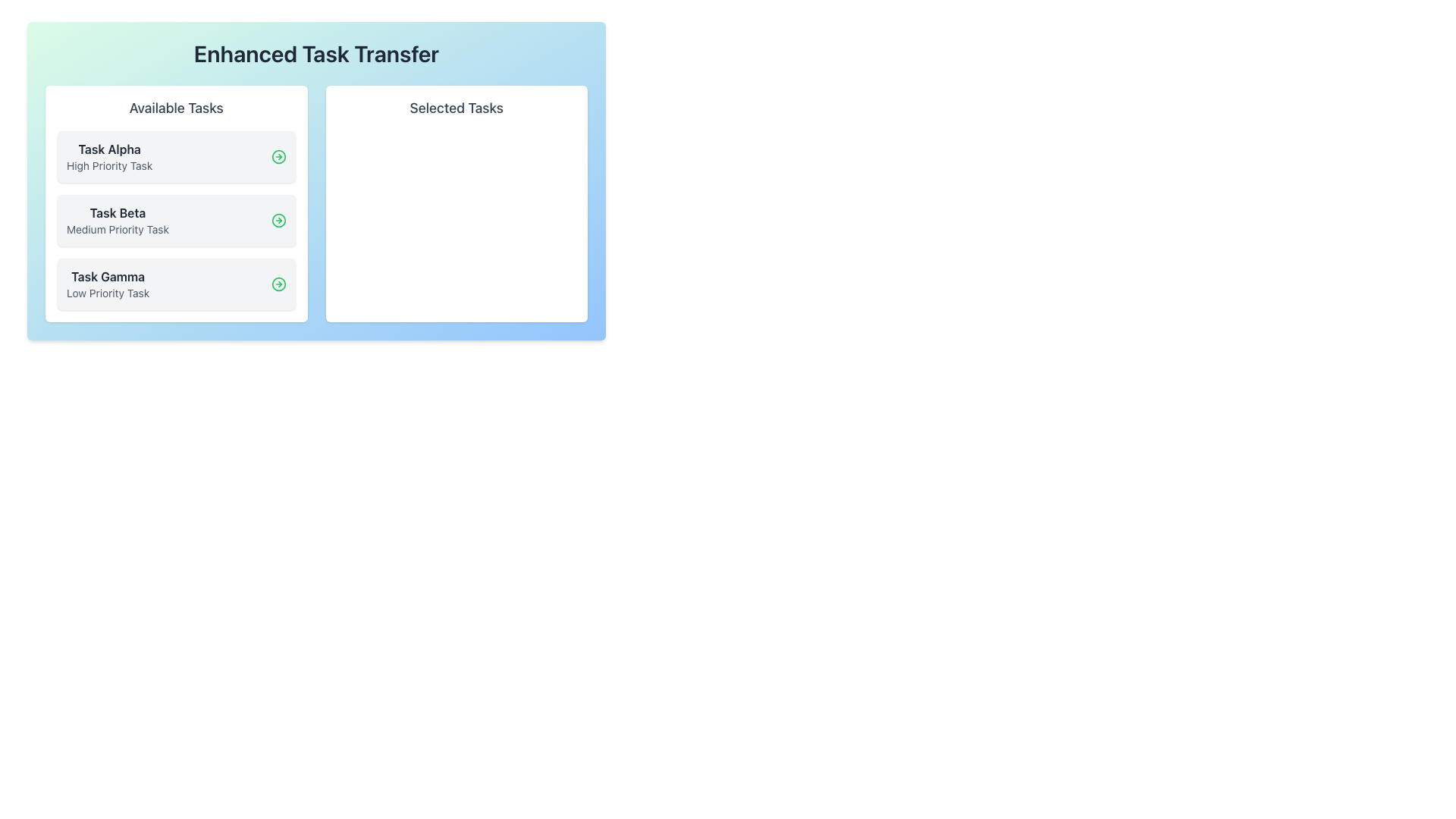 The height and width of the screenshot is (819, 1456). I want to click on the static text label displaying 'Selected Tasks' that is styled in a large, bold font with a gray color, located in the top section of a white panel, so click(456, 107).